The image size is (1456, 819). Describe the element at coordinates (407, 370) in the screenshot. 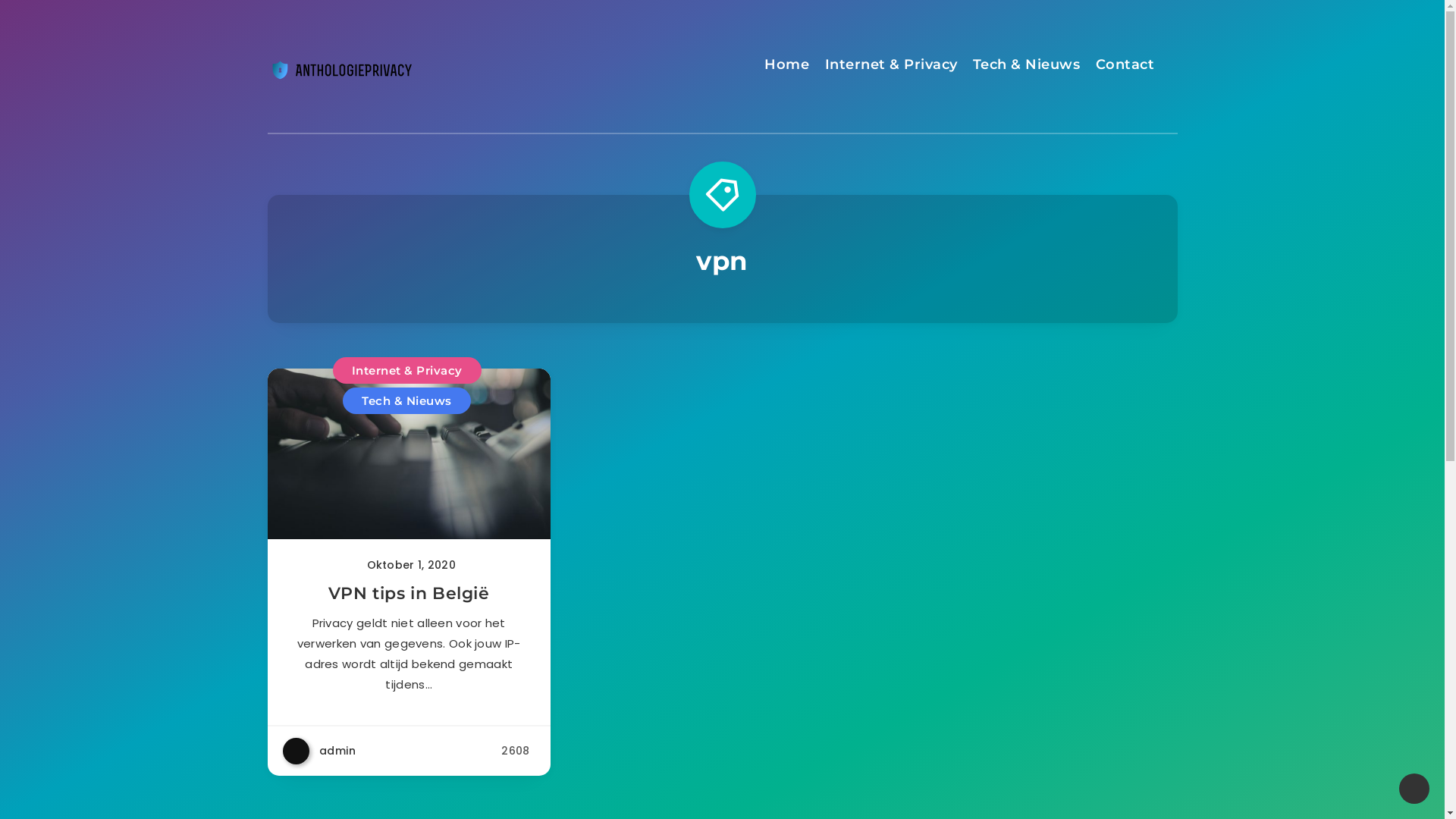

I see `'Internet & Privacy'` at that location.